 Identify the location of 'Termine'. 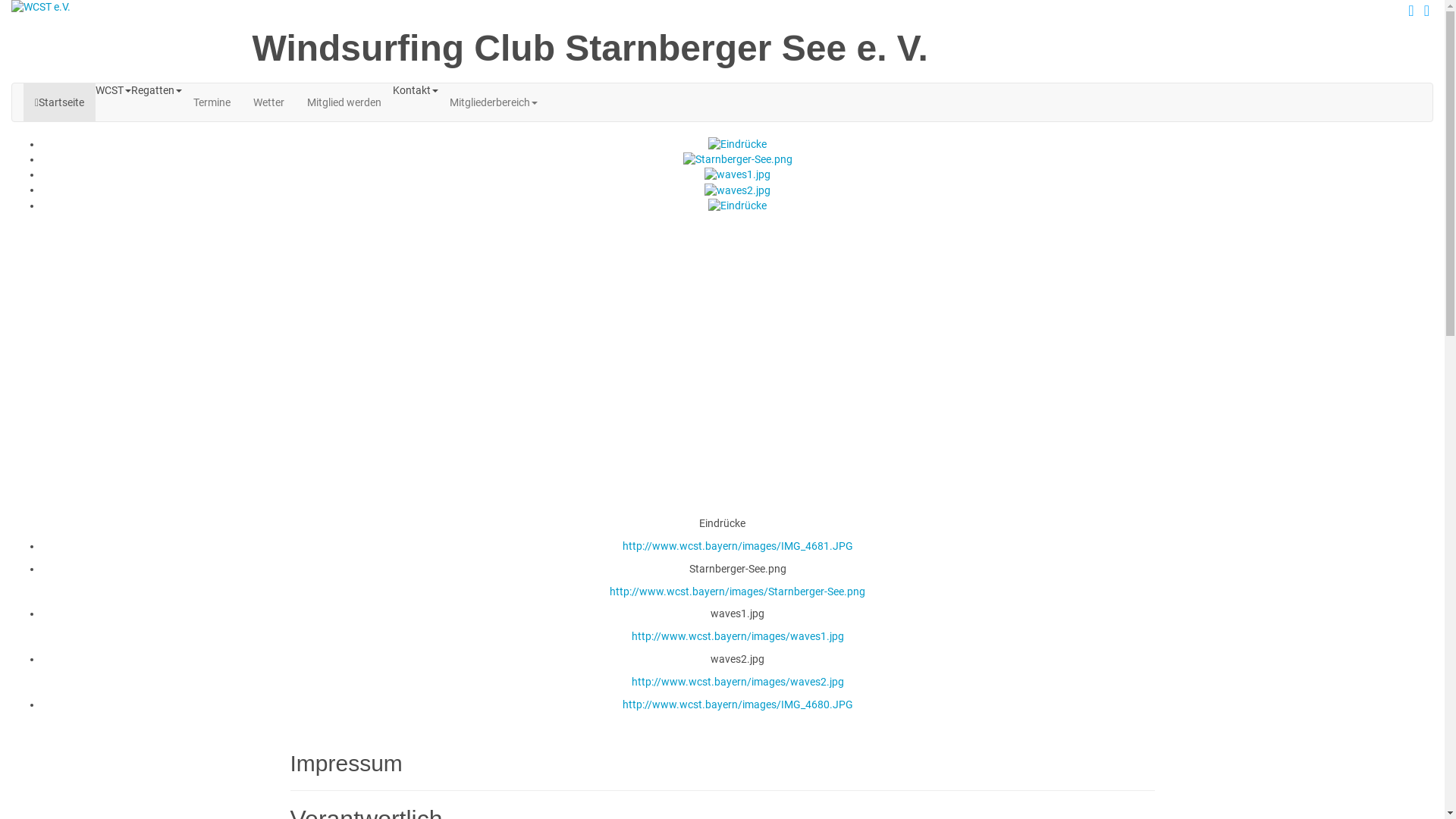
(182, 102).